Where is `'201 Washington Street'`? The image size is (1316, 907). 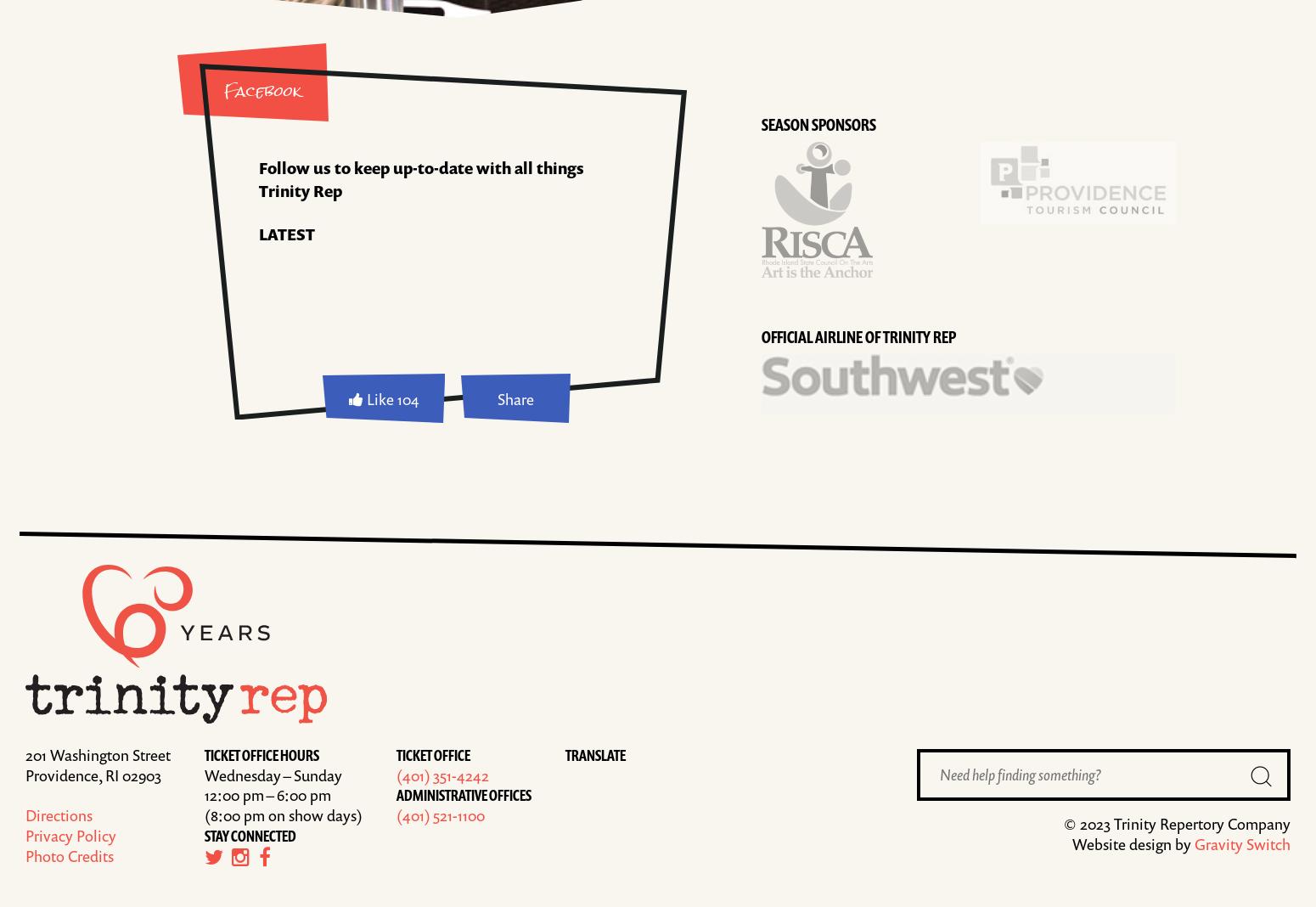 '201 Washington Street' is located at coordinates (98, 753).